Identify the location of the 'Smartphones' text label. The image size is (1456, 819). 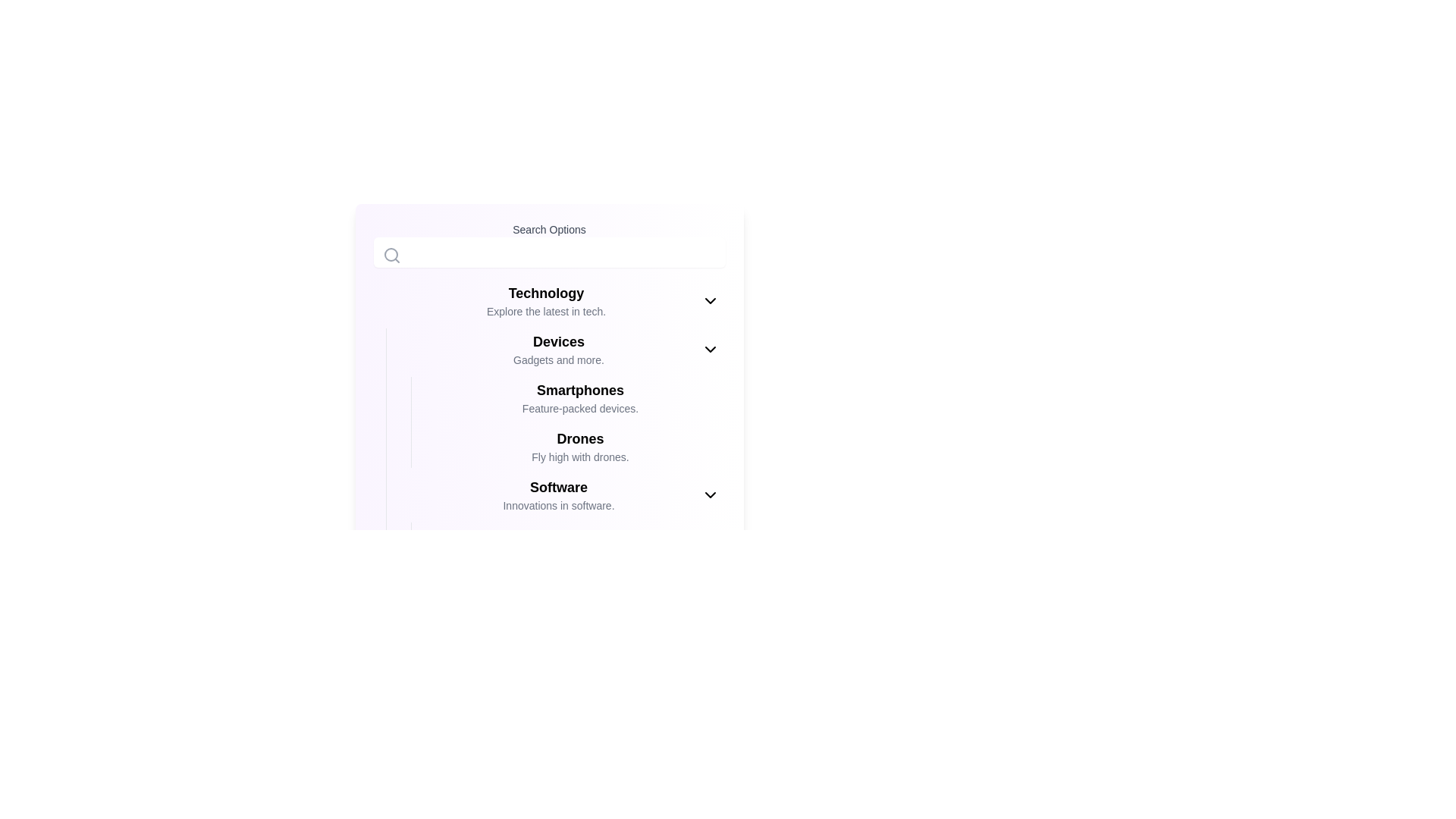
(579, 390).